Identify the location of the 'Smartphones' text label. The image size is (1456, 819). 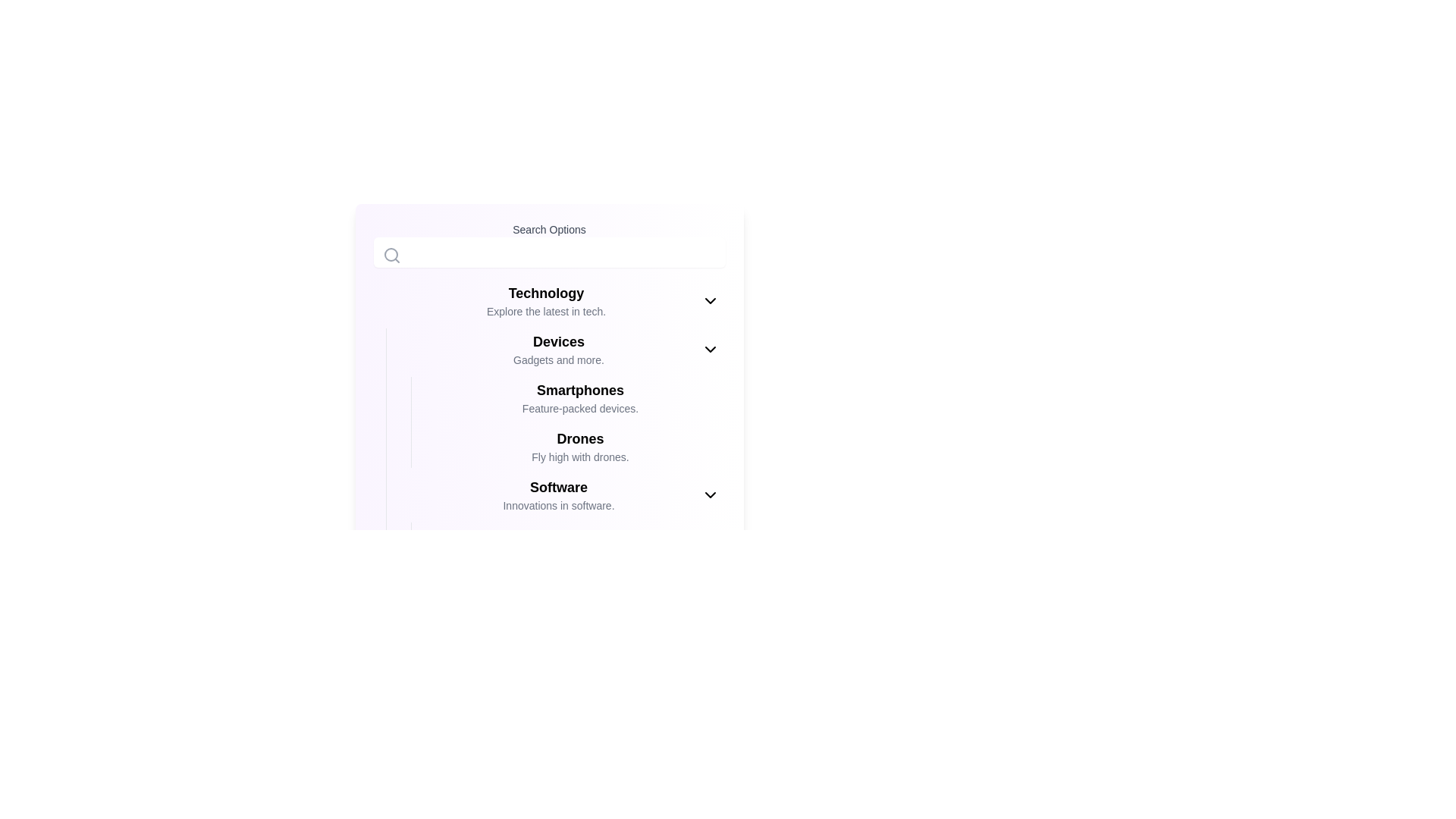
(579, 390).